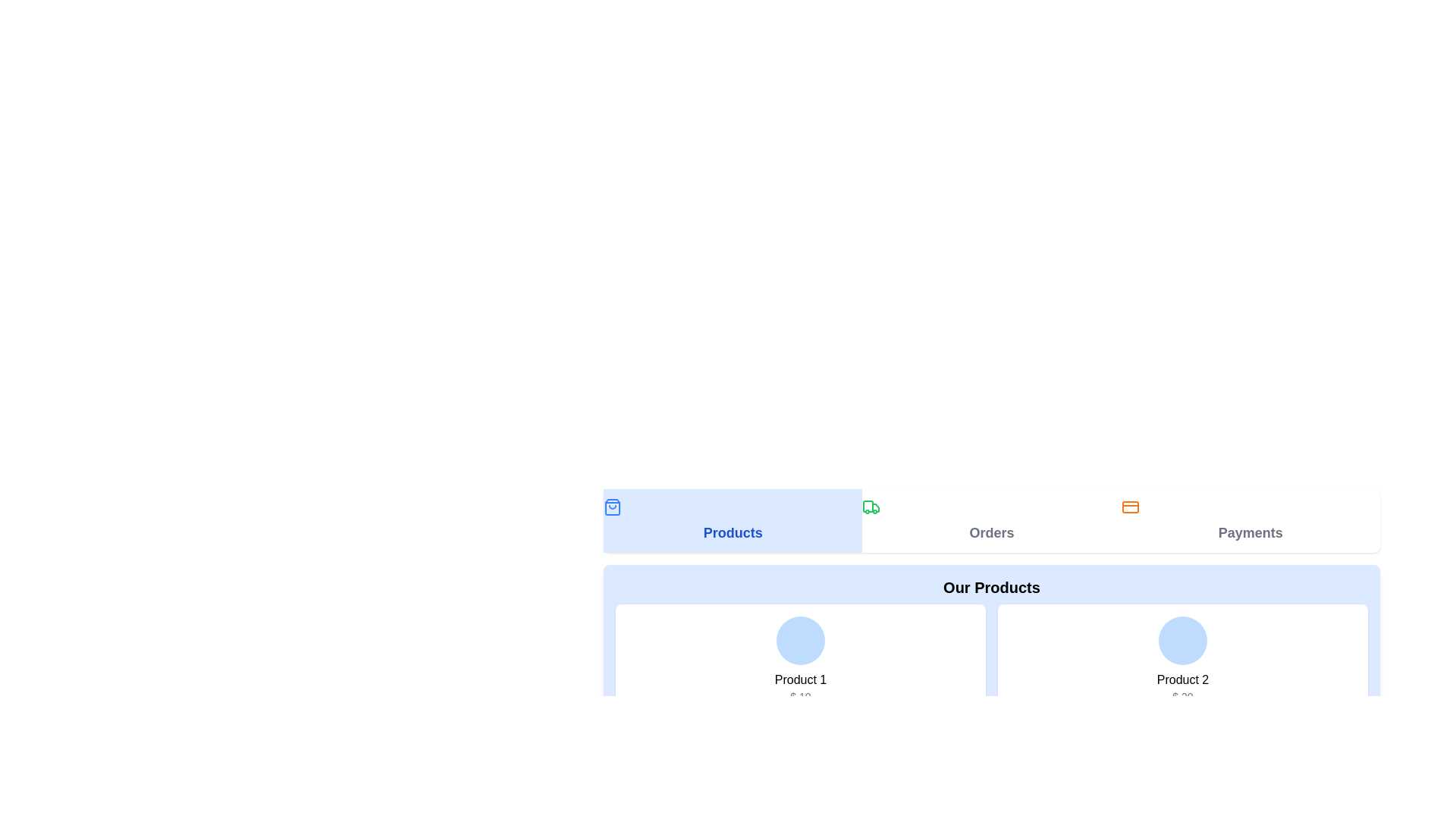 The width and height of the screenshot is (1456, 819). Describe the element at coordinates (800, 696) in the screenshot. I see `the static text displaying the price of 'Product 1' located below the 'Product 1' label in the top left section of the product display row` at that location.